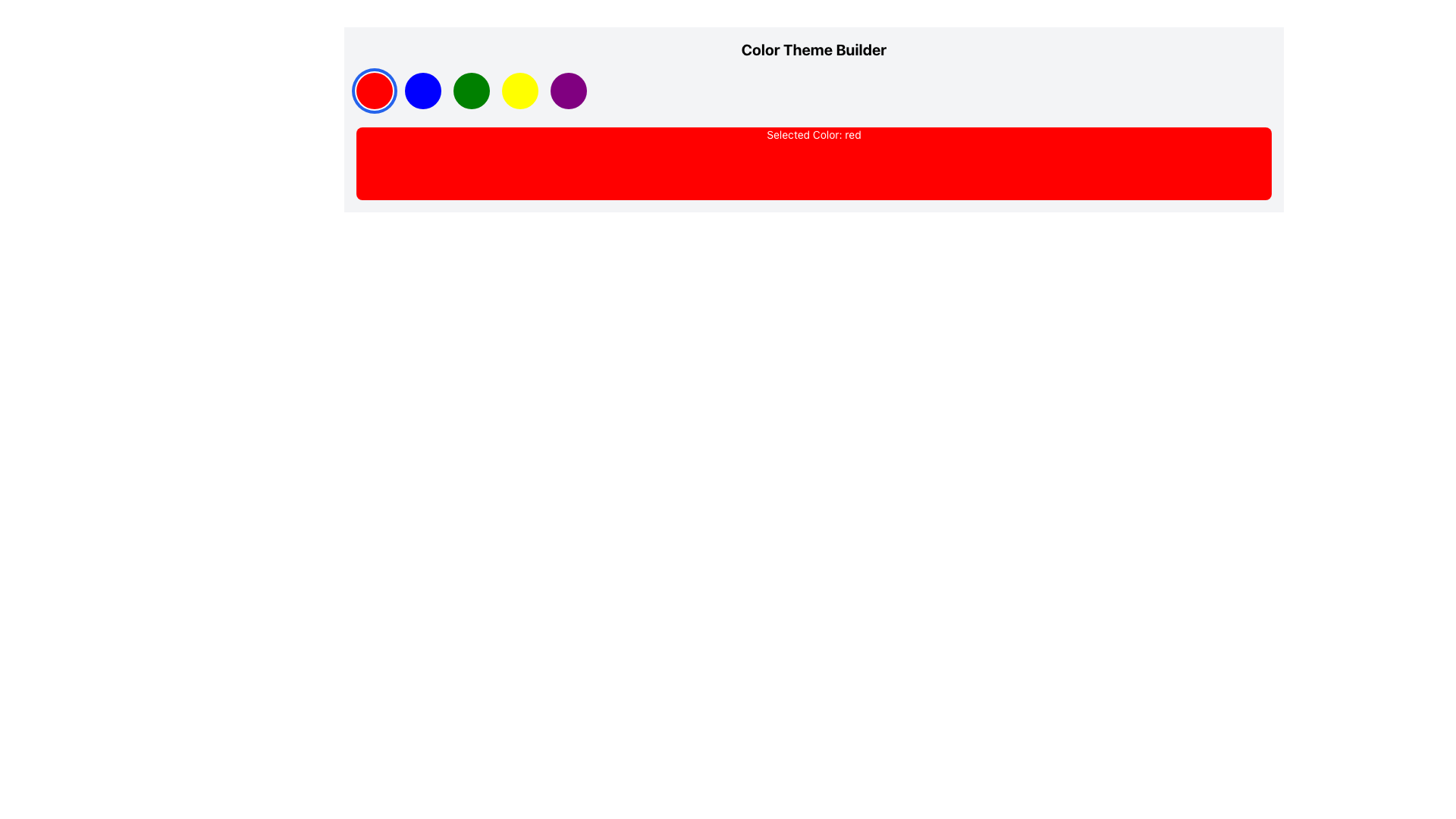  Describe the element at coordinates (520, 90) in the screenshot. I see `the circular yellow button, which is the fourth button in a sequence of five, positioned between the green and purple buttons` at that location.